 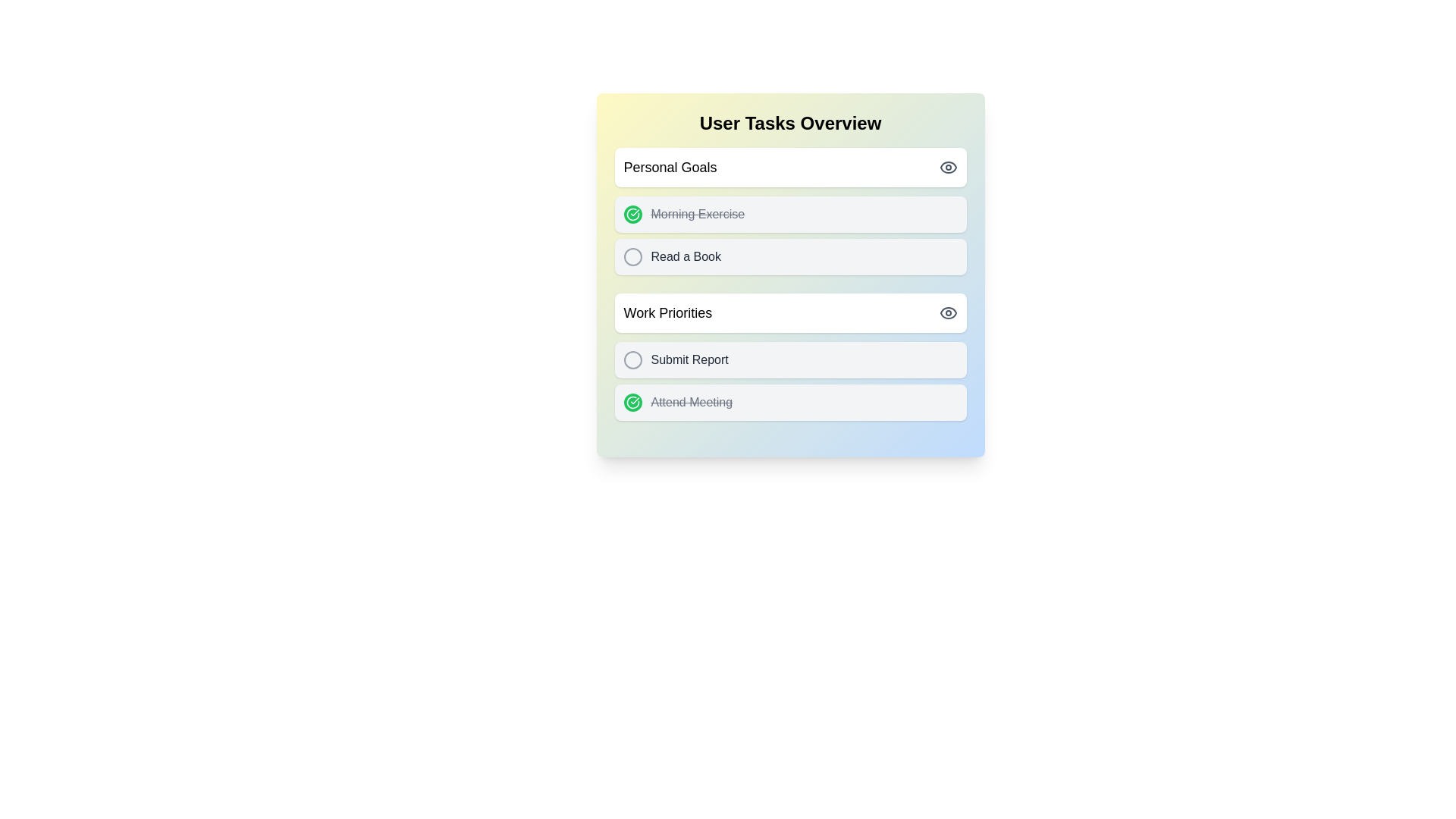 What do you see at coordinates (632, 214) in the screenshot?
I see `the green circular status indicator with a white checkmark next to 'Attend Meeting' in the 'Work Priorities' section` at bounding box center [632, 214].